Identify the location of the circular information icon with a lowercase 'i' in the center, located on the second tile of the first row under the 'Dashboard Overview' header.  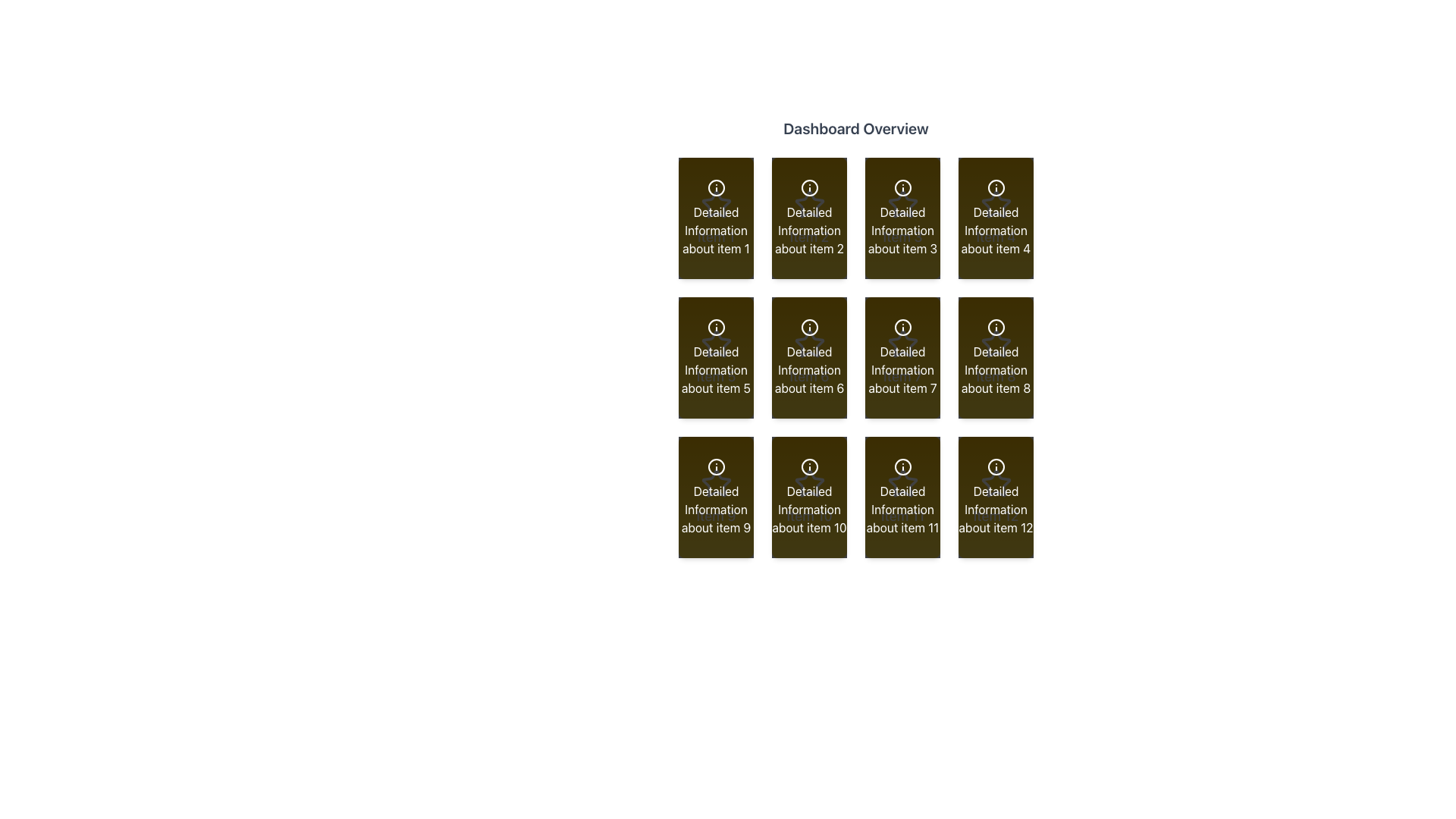
(808, 187).